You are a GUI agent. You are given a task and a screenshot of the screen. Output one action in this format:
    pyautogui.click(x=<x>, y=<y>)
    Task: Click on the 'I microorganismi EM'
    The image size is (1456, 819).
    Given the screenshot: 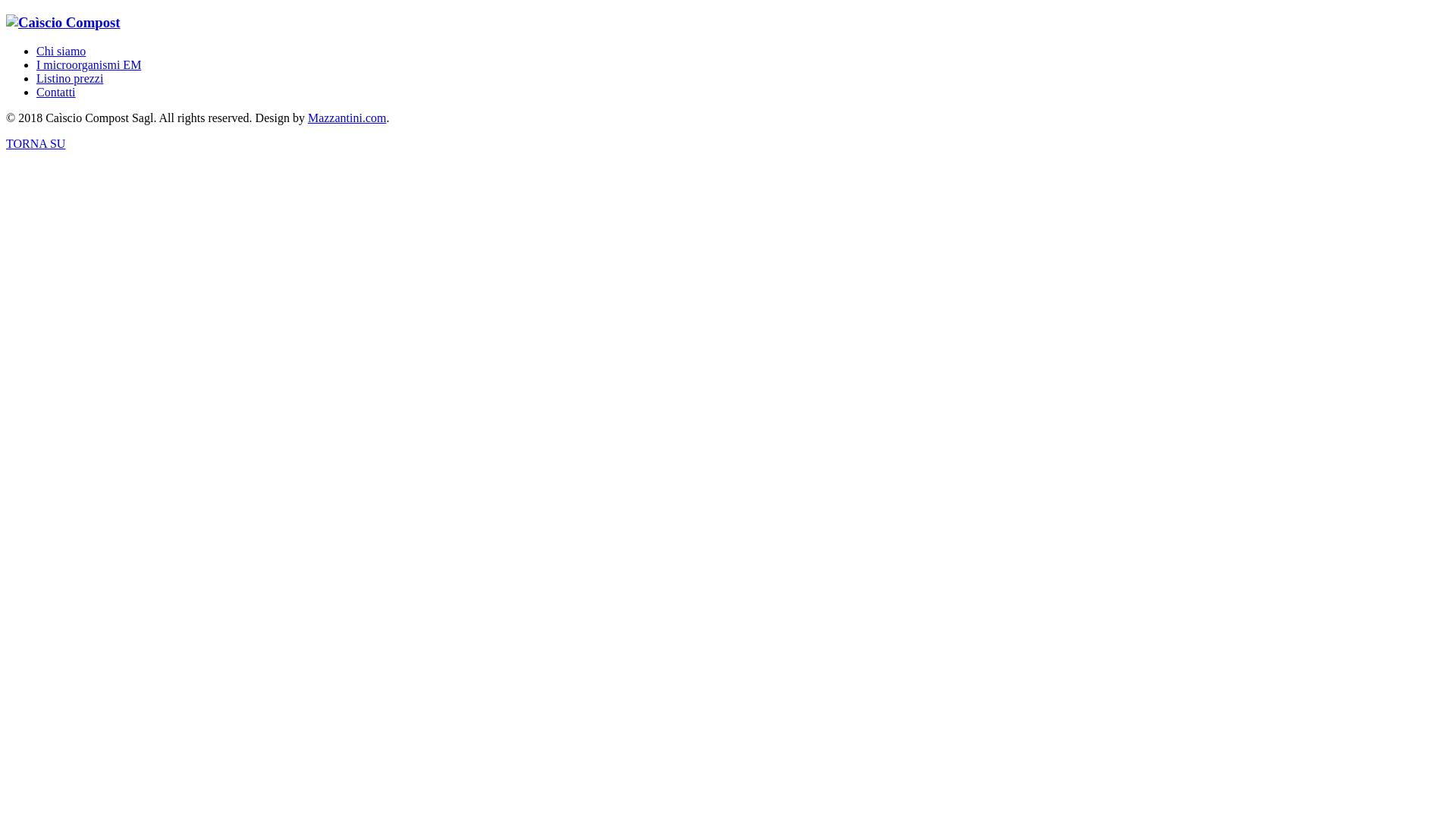 What is the action you would take?
    pyautogui.click(x=87, y=64)
    